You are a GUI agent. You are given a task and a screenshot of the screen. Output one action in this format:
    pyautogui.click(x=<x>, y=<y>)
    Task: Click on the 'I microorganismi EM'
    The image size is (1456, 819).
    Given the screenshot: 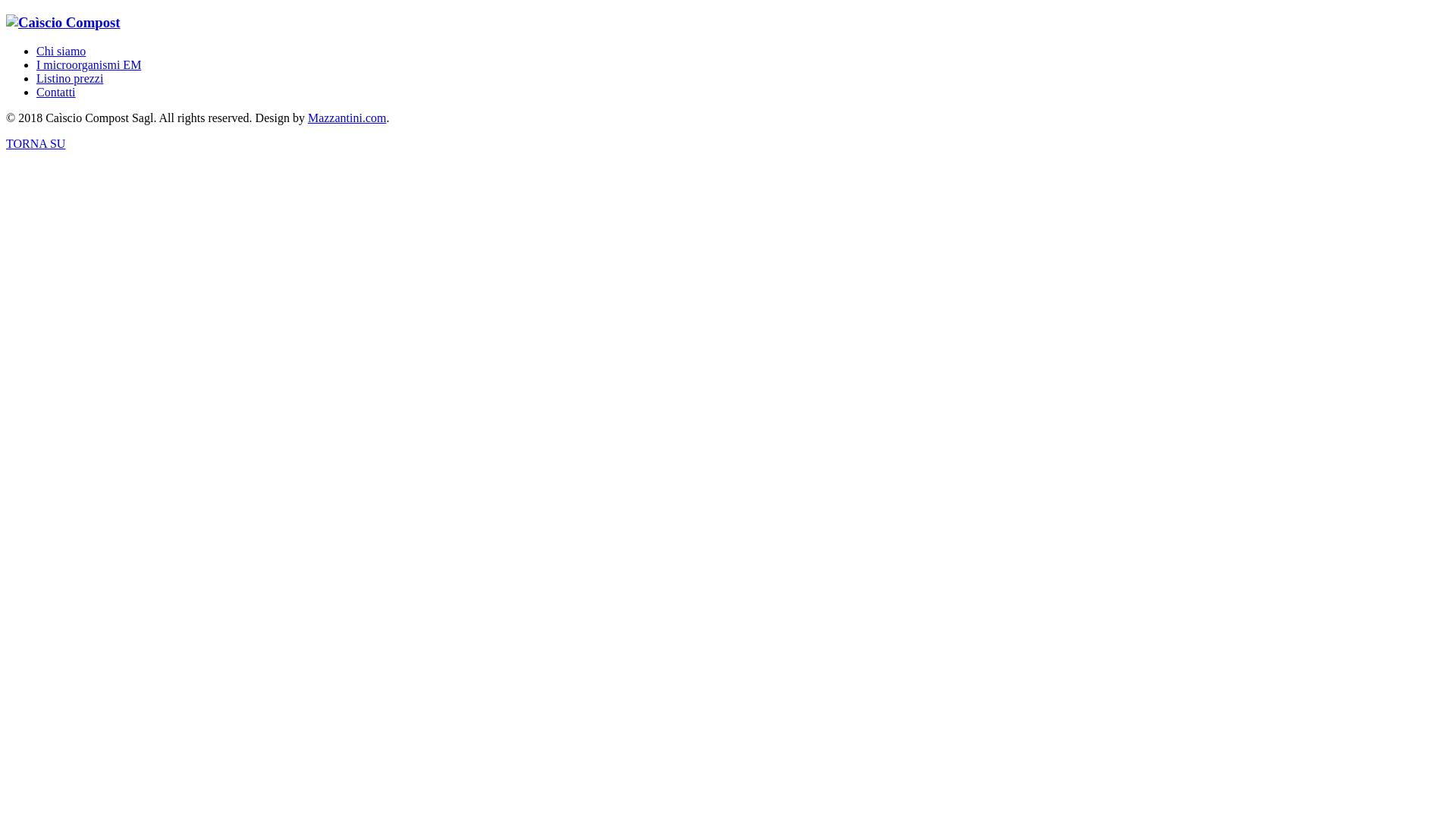 What is the action you would take?
    pyautogui.click(x=87, y=64)
    